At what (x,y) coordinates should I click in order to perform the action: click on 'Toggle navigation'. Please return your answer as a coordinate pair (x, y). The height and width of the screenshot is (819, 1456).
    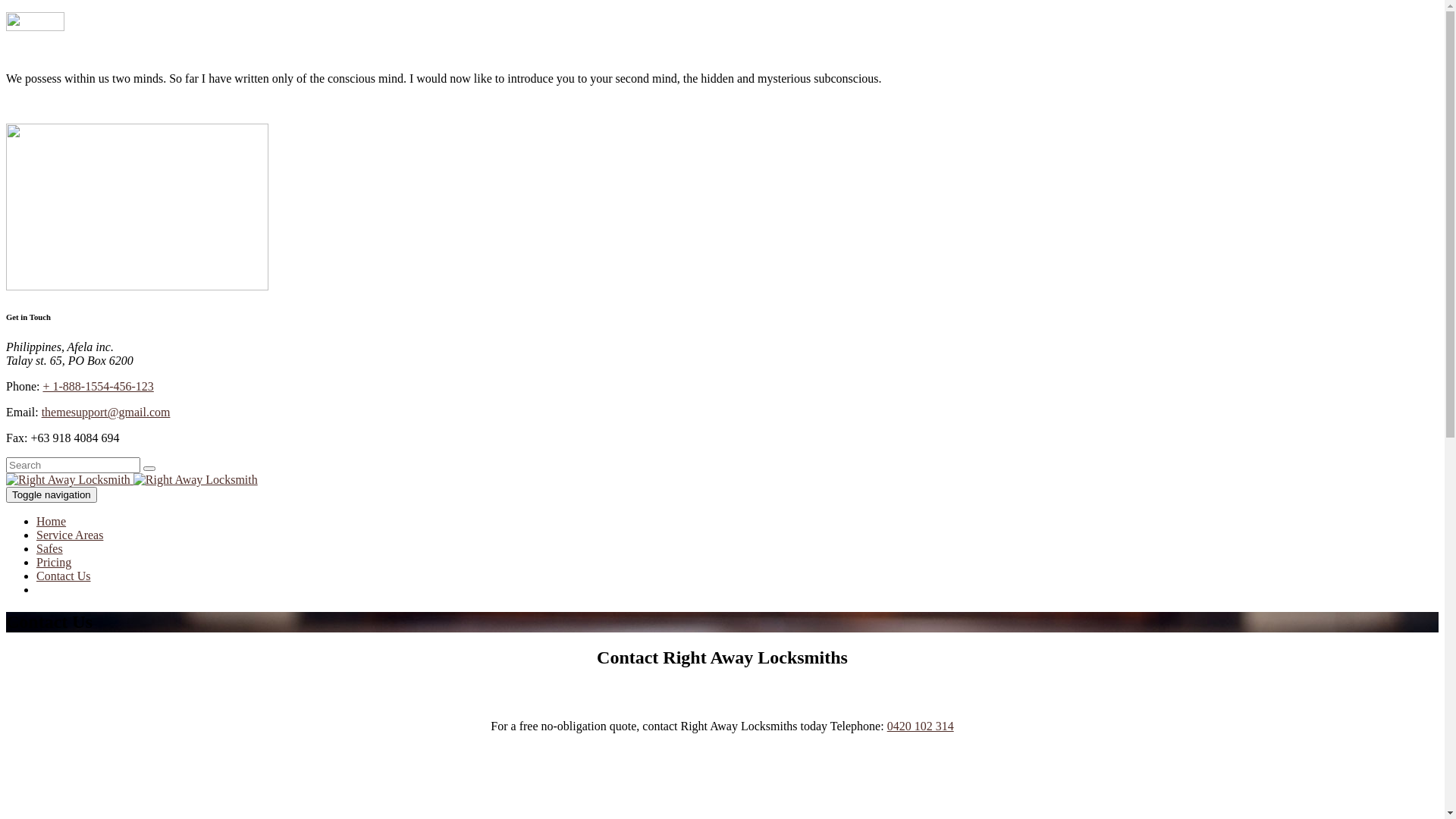
    Looking at the image, I should click on (51, 494).